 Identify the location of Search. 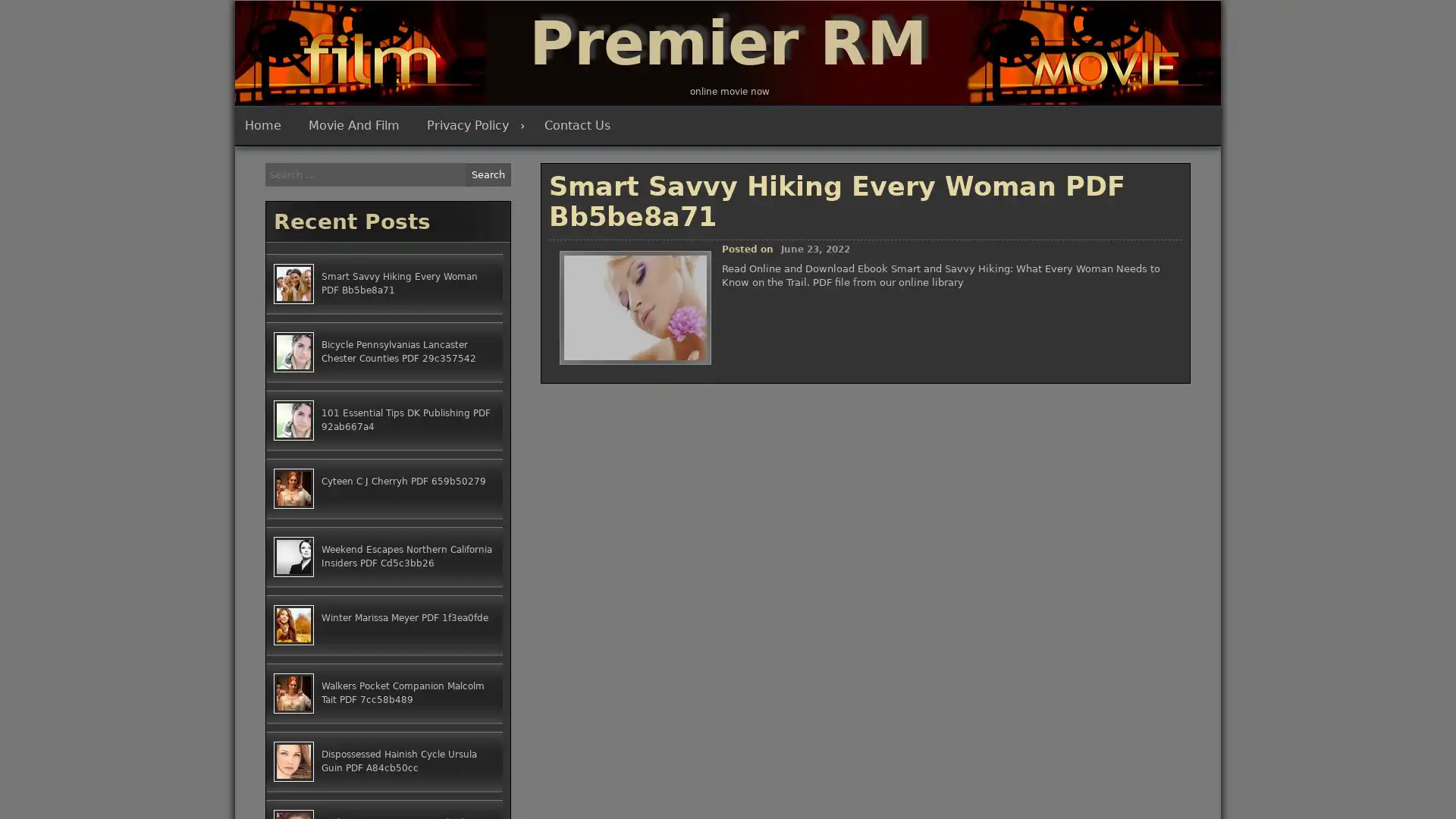
(488, 174).